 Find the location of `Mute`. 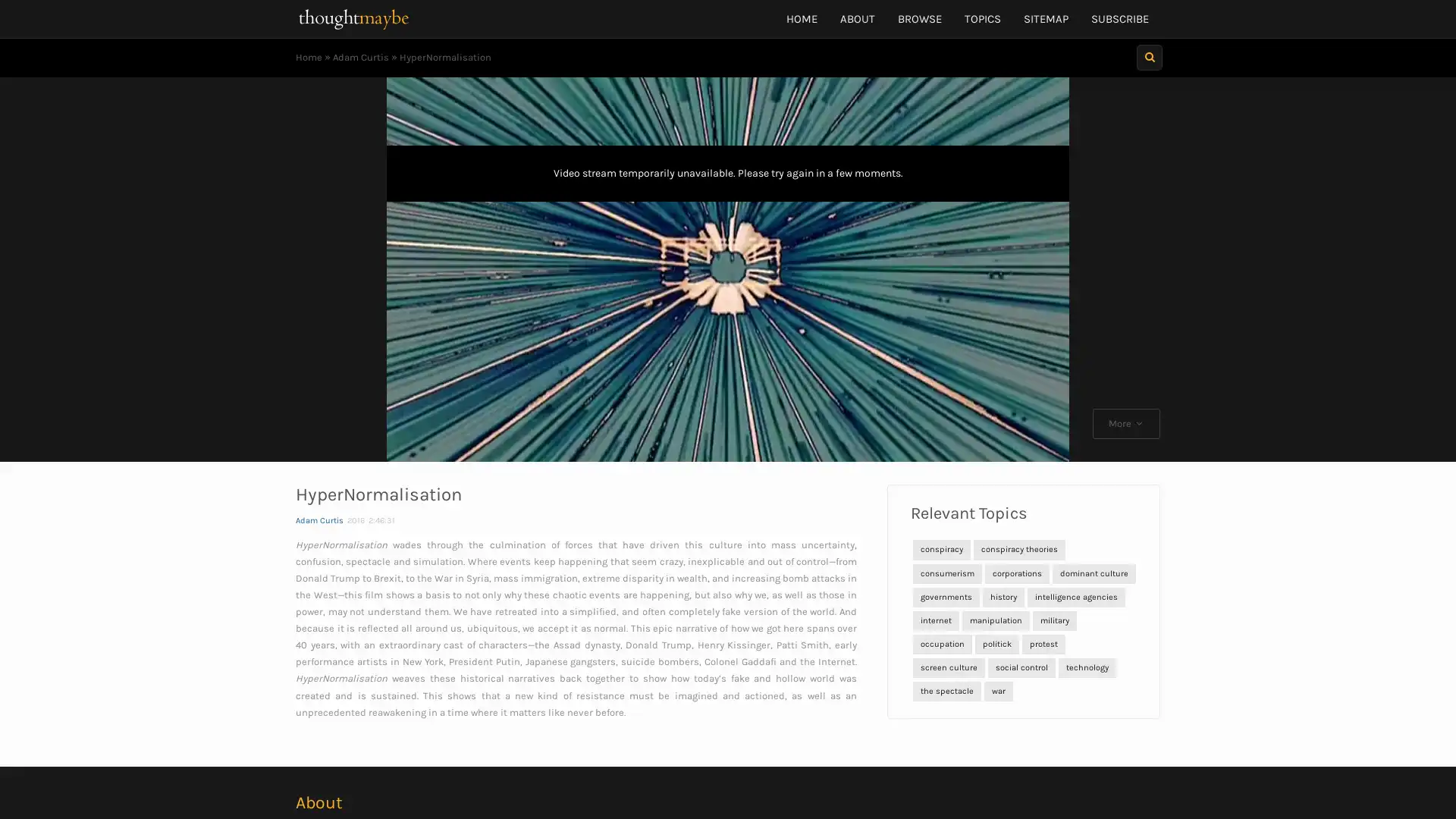

Mute is located at coordinates (1025, 446).